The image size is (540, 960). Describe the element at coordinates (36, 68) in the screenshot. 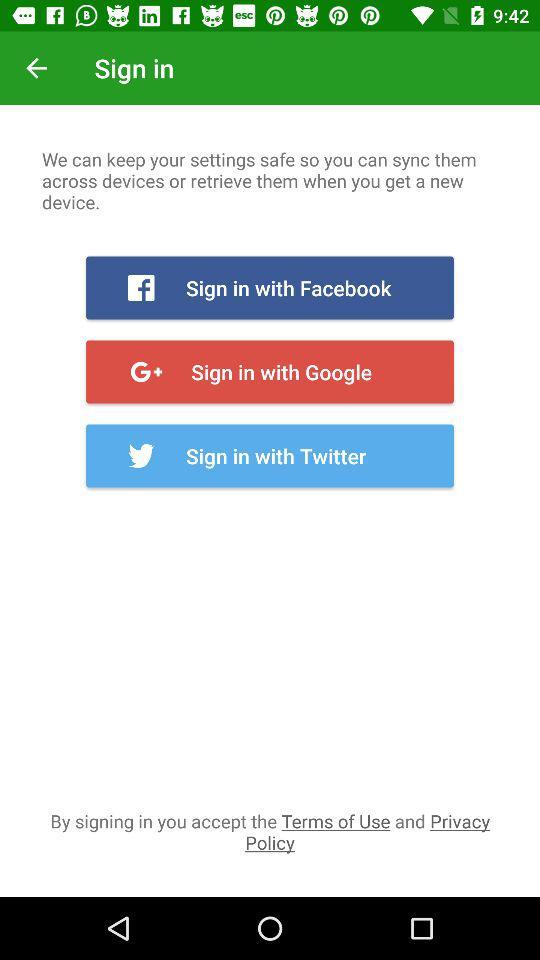

I see `the icon to the left of sign in item` at that location.